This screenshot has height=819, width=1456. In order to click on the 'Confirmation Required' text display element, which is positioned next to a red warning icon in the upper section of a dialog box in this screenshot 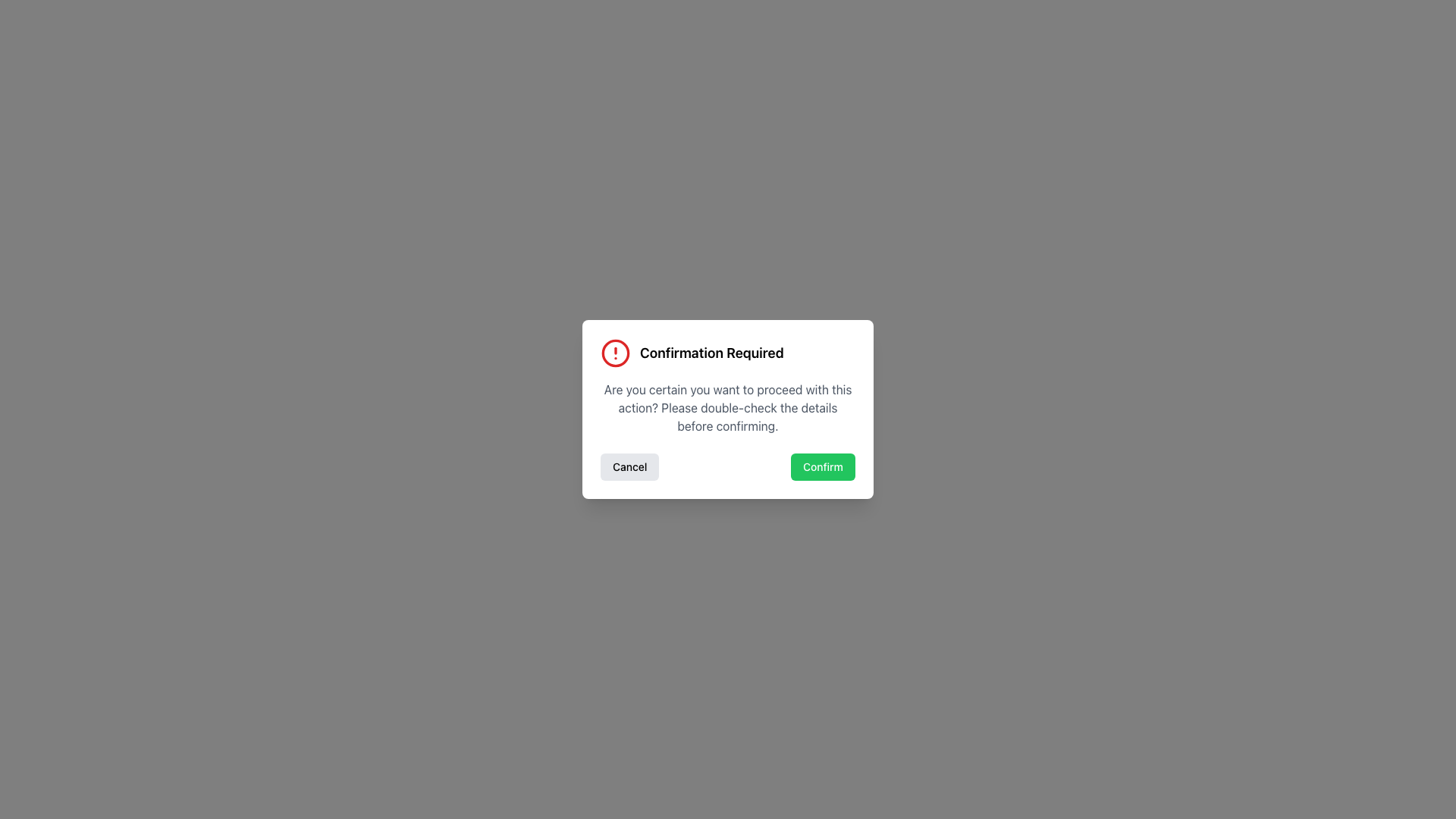, I will do `click(711, 353)`.